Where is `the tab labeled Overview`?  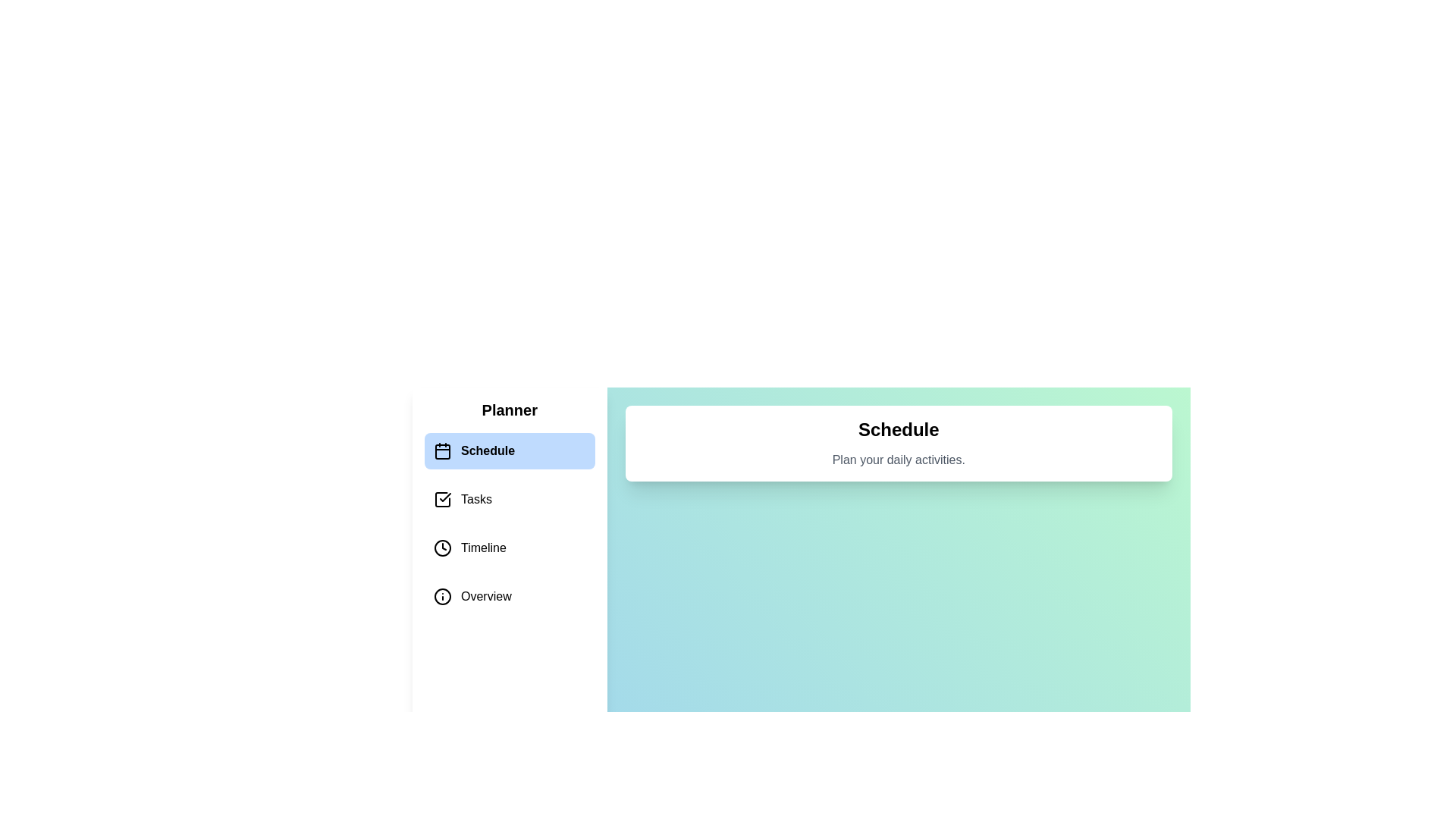
the tab labeled Overview is located at coordinates (510, 595).